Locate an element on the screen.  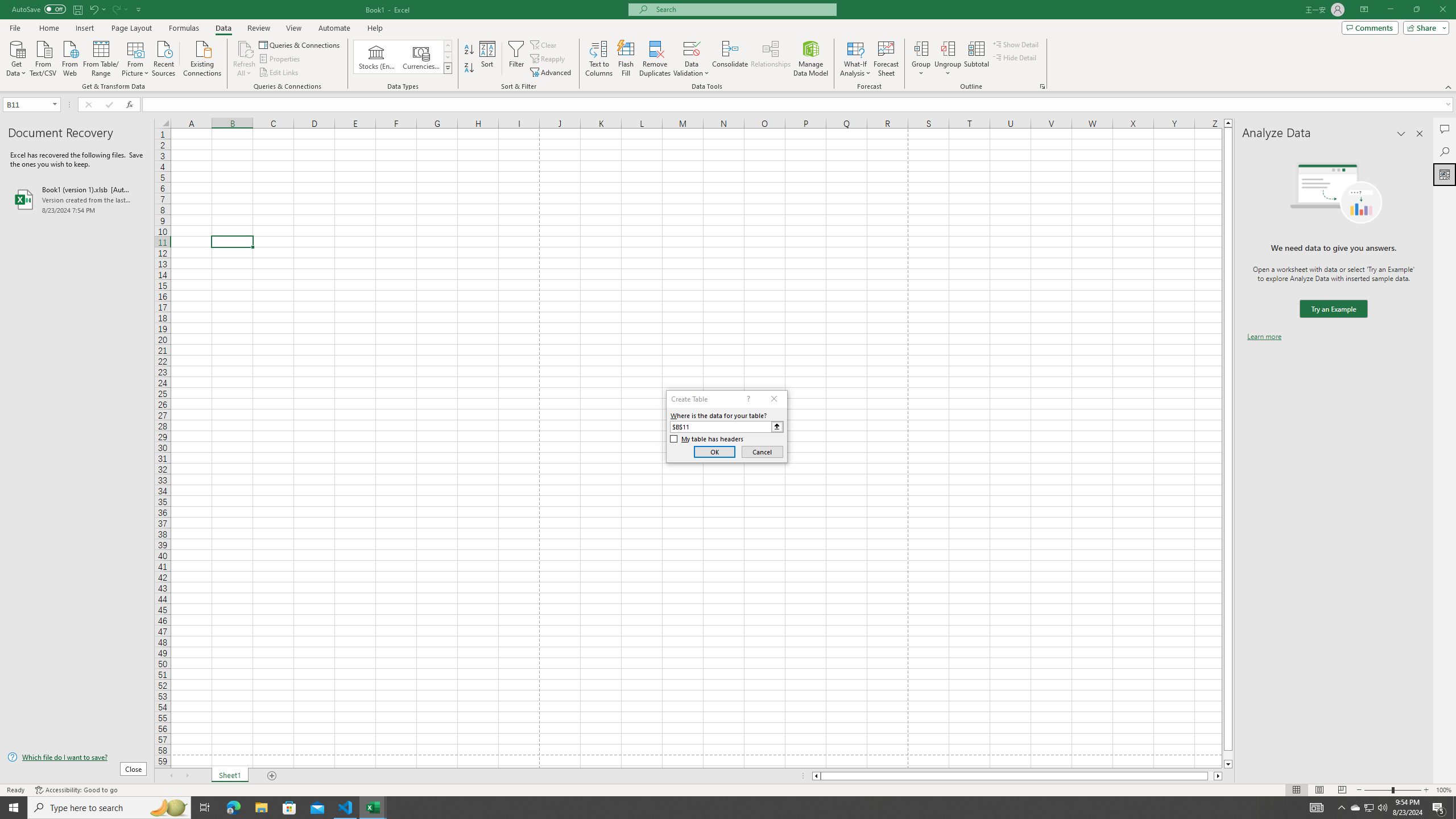
'Advanced...' is located at coordinates (552, 72).